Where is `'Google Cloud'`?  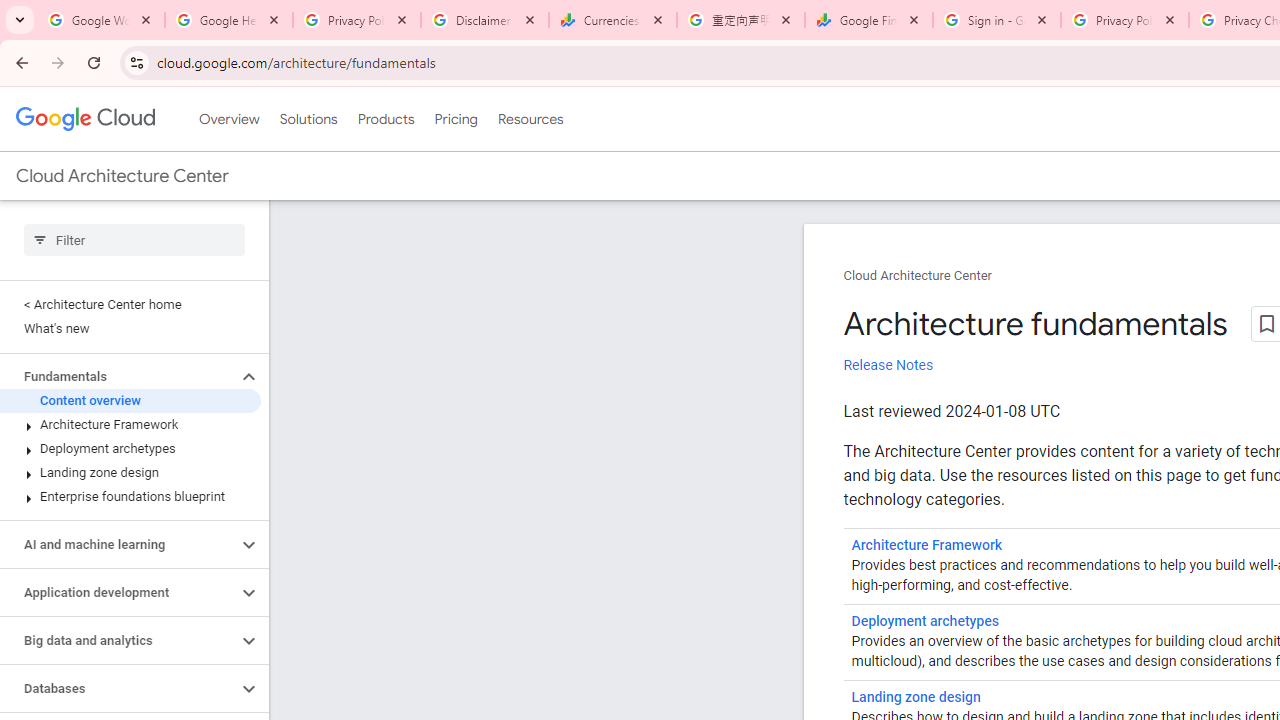 'Google Cloud' is located at coordinates (84, 119).